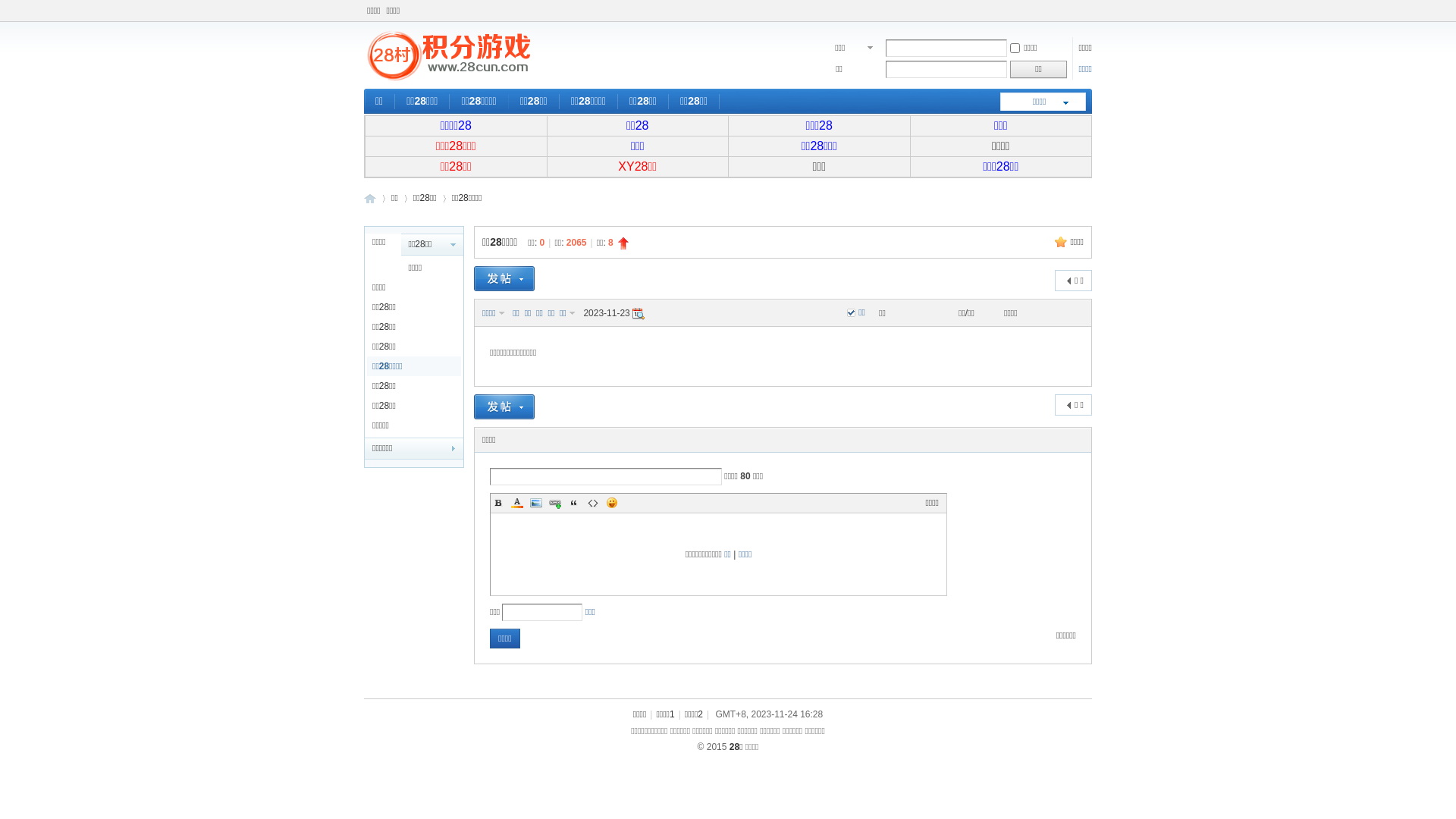 The width and height of the screenshot is (1456, 819). Describe the element at coordinates (516, 503) in the screenshot. I see `'Color'` at that location.